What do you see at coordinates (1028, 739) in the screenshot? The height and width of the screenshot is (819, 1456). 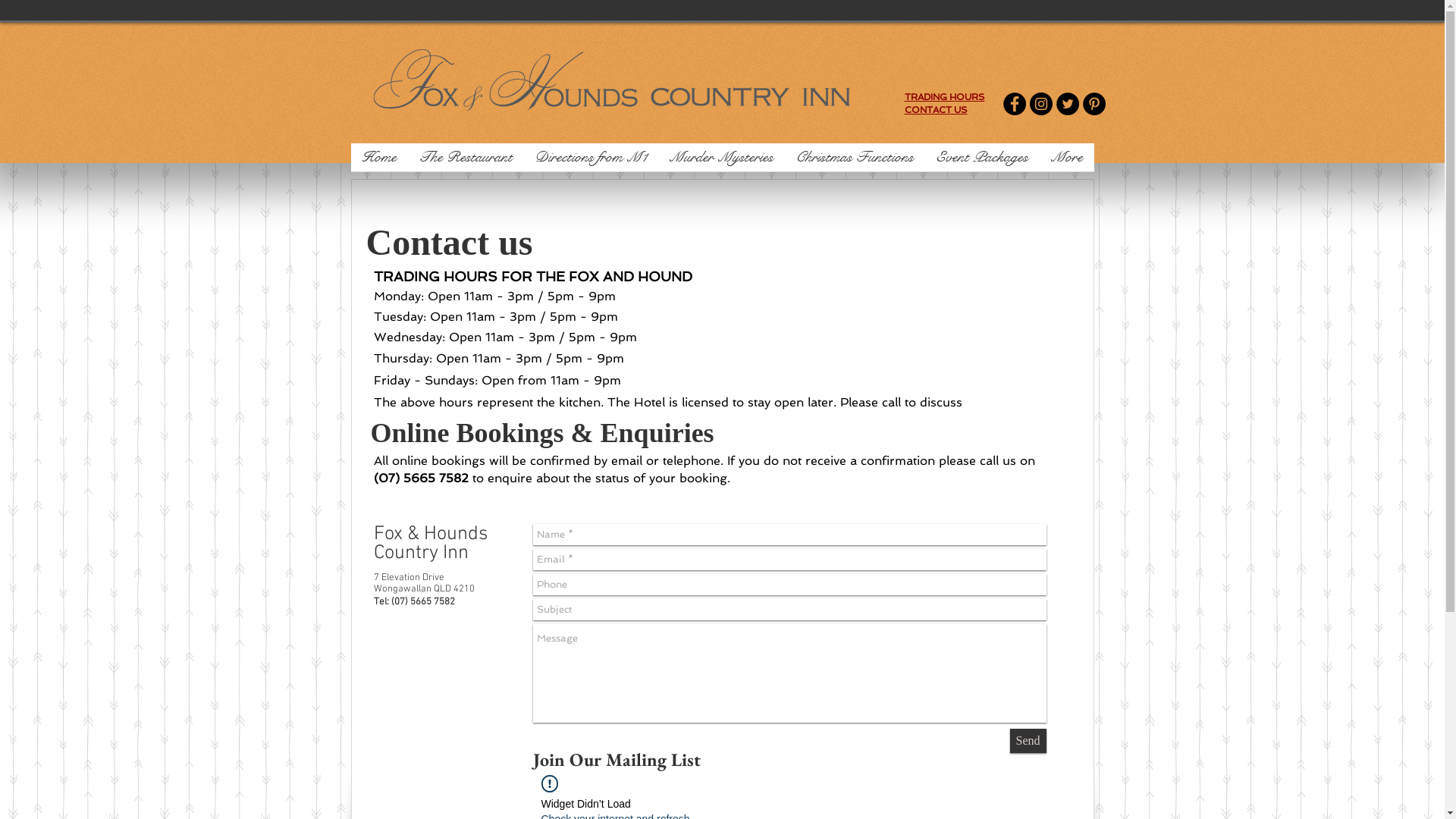 I see `'Send'` at bounding box center [1028, 739].